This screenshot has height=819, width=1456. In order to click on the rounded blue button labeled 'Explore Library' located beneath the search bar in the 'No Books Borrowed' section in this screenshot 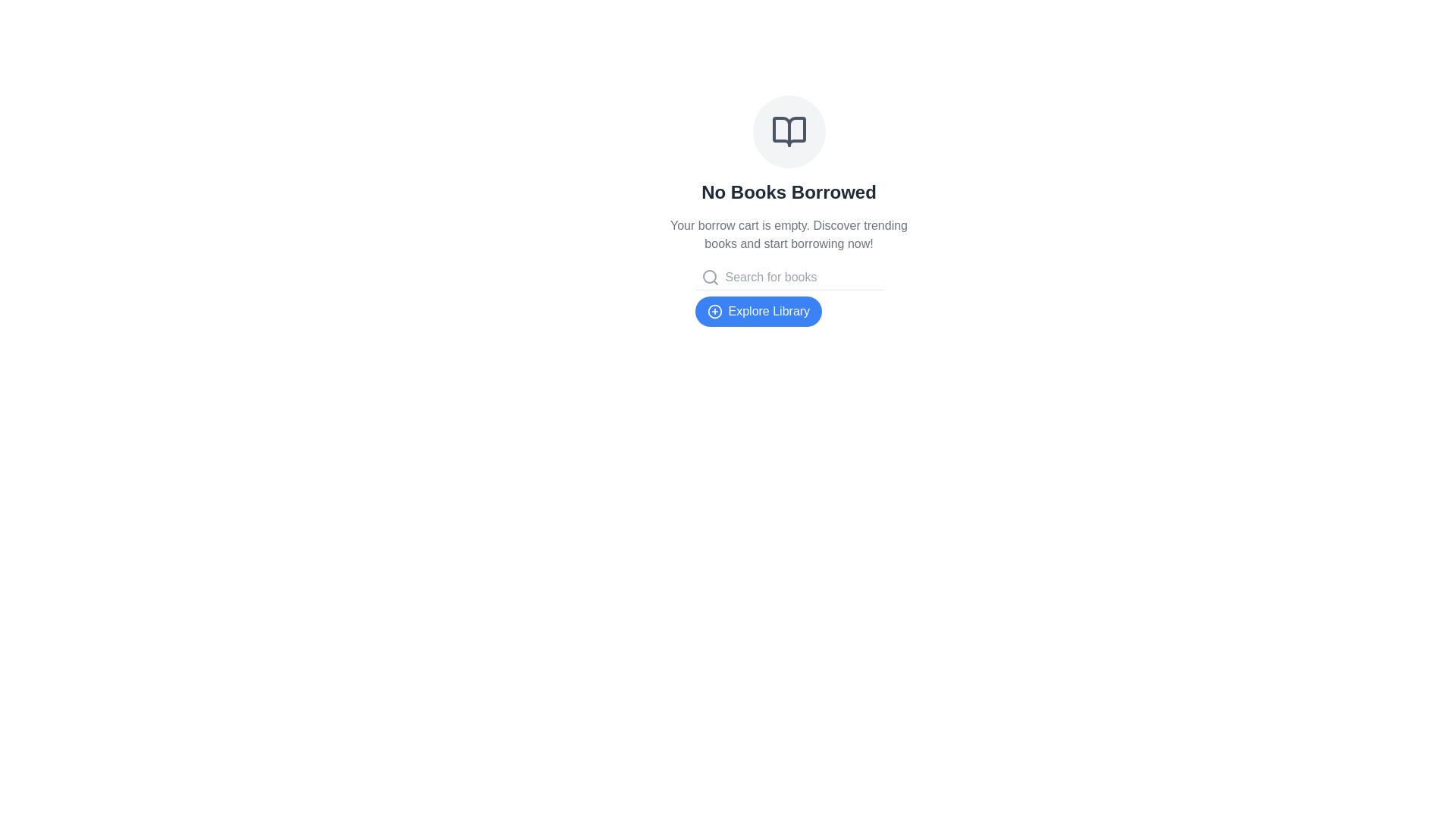, I will do `click(758, 311)`.